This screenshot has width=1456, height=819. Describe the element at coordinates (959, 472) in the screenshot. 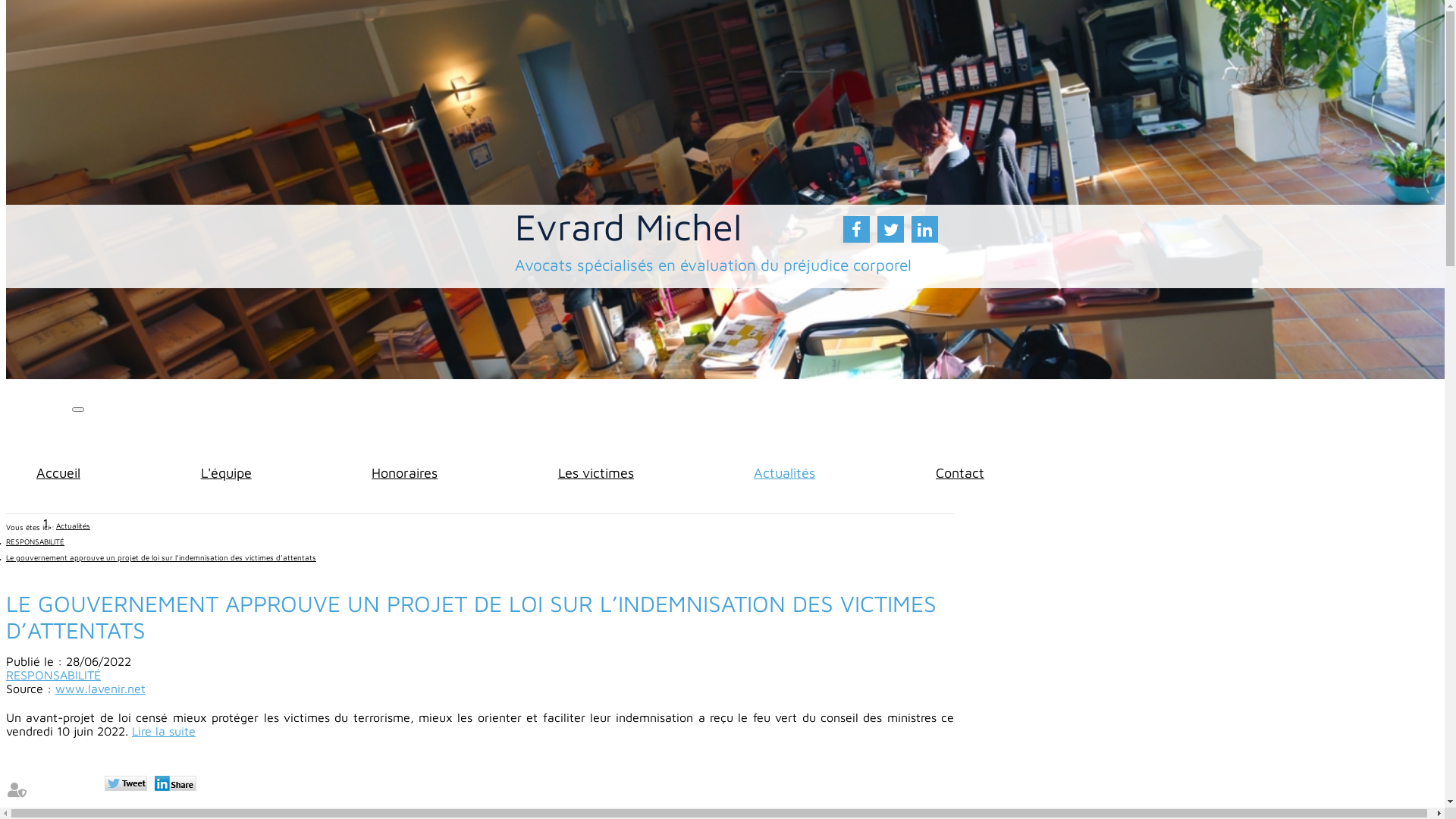

I see `'Contact'` at that location.